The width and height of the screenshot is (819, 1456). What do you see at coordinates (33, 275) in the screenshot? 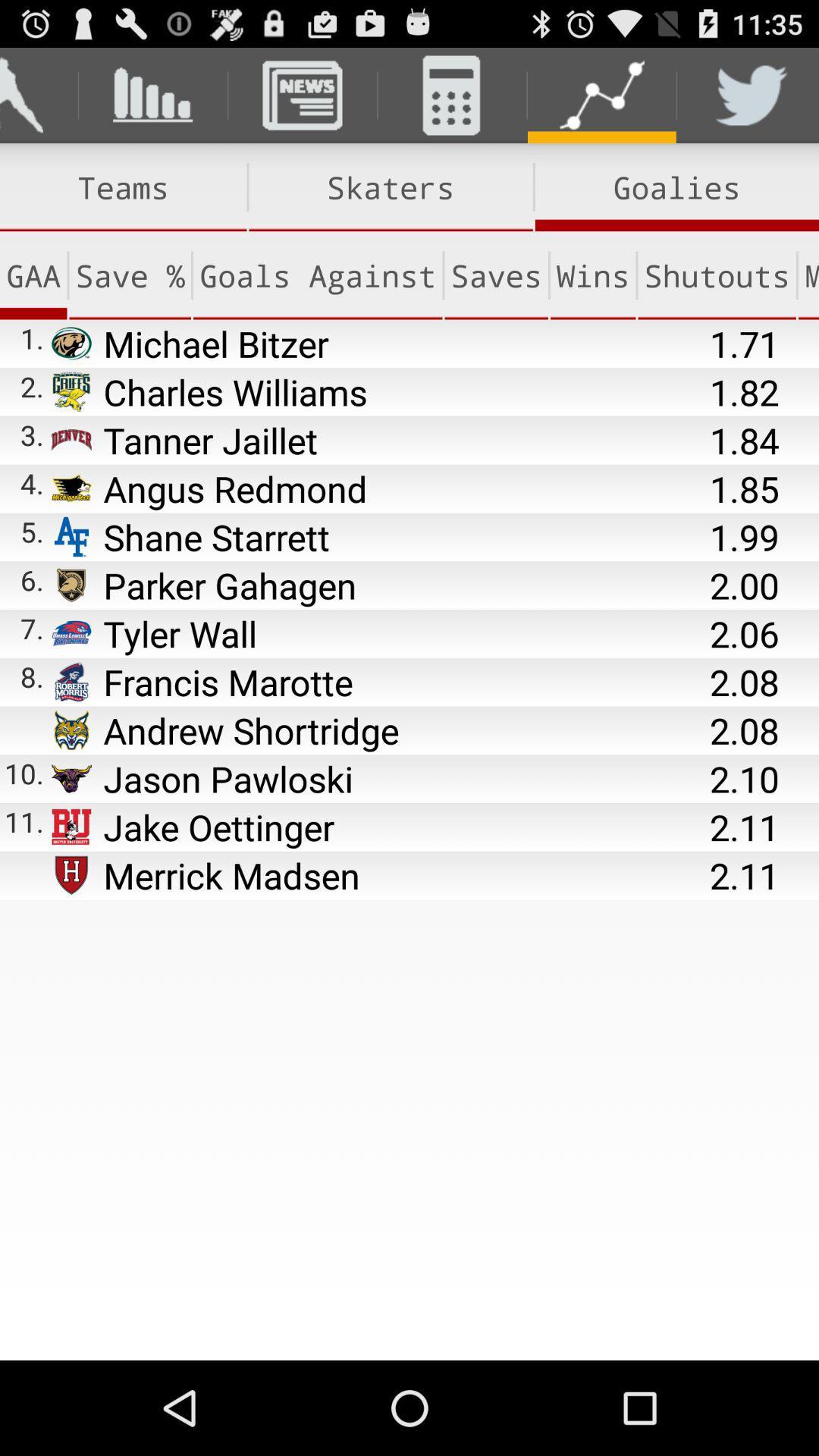
I see `the gaa` at bounding box center [33, 275].